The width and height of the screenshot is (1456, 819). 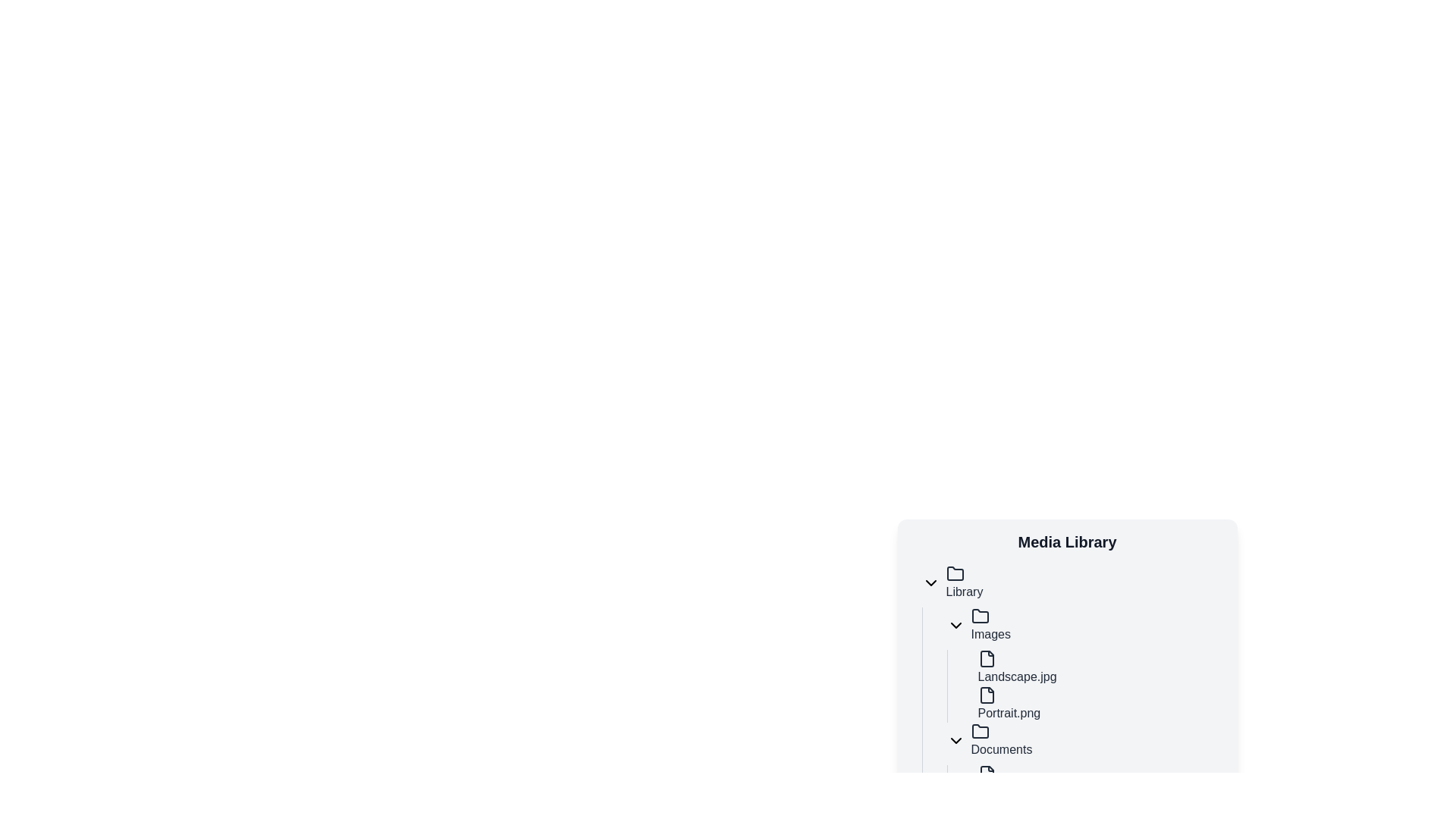 I want to click on the text label 'Landscape.jpg' which is styled with gray color and medium weight, located to the right of a file icon in the 'Images' folder of the 'Media Library', so click(x=1017, y=667).